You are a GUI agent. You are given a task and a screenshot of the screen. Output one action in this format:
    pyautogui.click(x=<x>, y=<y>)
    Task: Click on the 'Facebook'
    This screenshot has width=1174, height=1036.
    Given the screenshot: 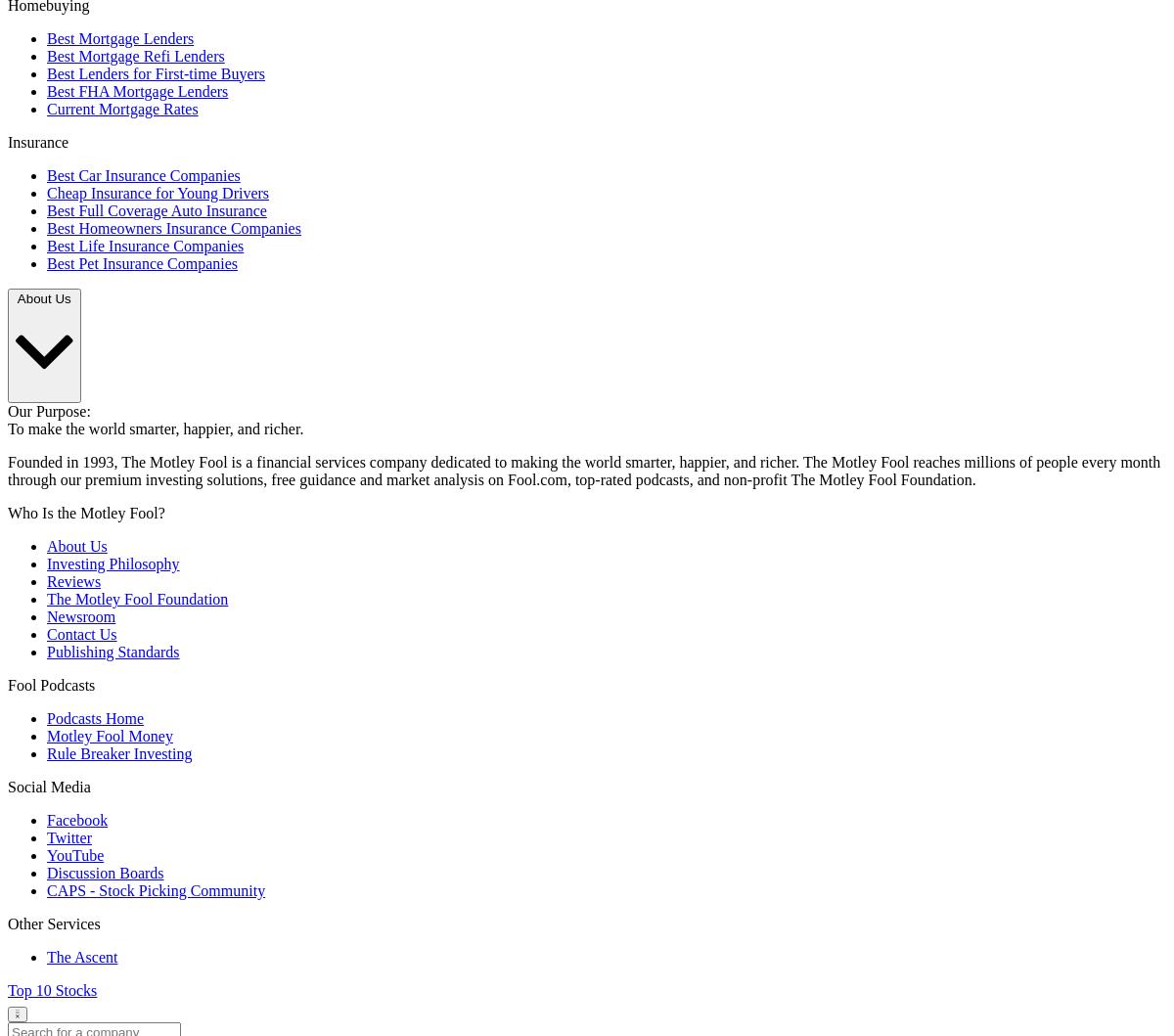 What is the action you would take?
    pyautogui.click(x=76, y=819)
    